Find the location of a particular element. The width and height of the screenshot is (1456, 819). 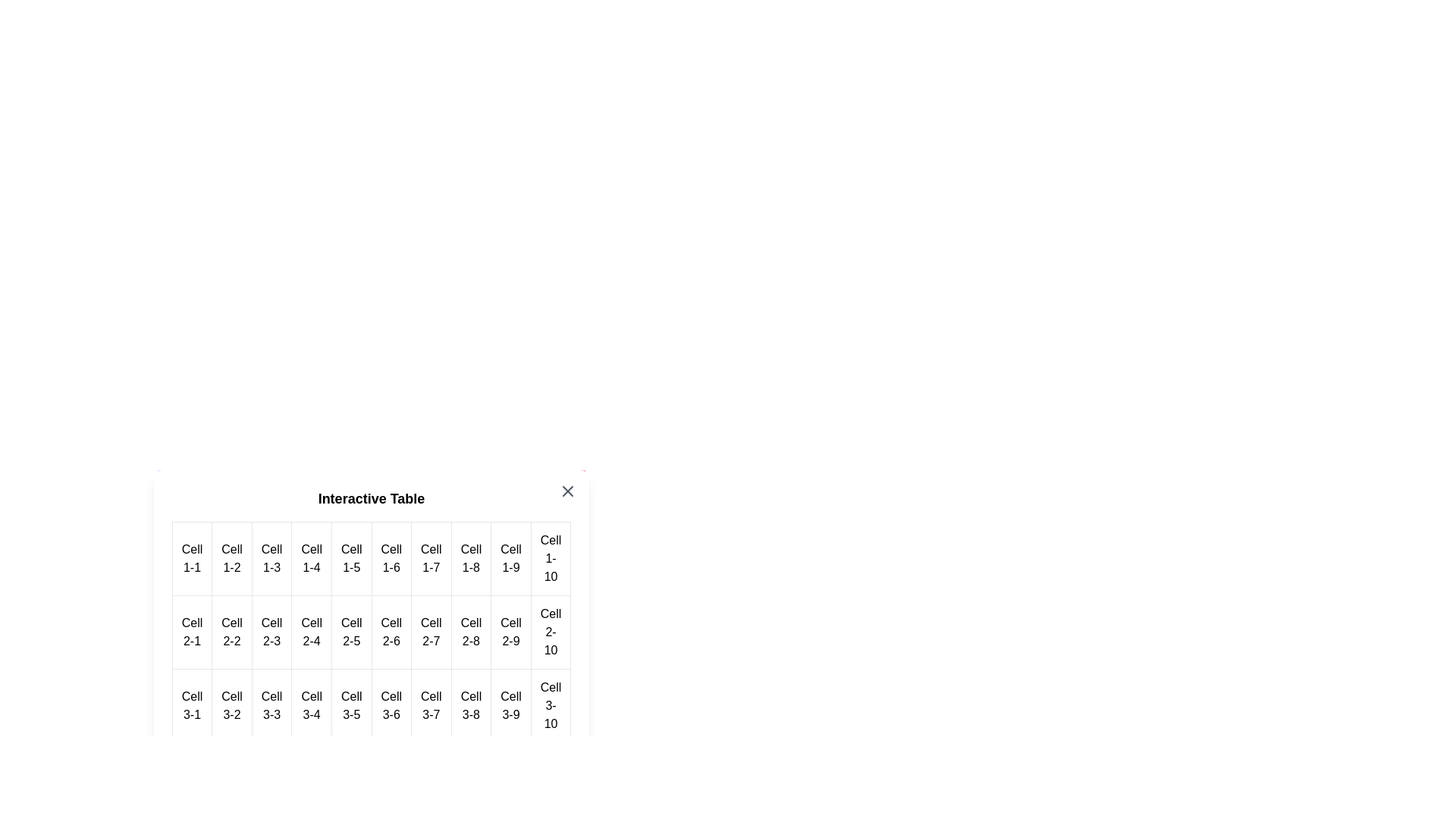

the close button to hide the dialog is located at coordinates (567, 491).